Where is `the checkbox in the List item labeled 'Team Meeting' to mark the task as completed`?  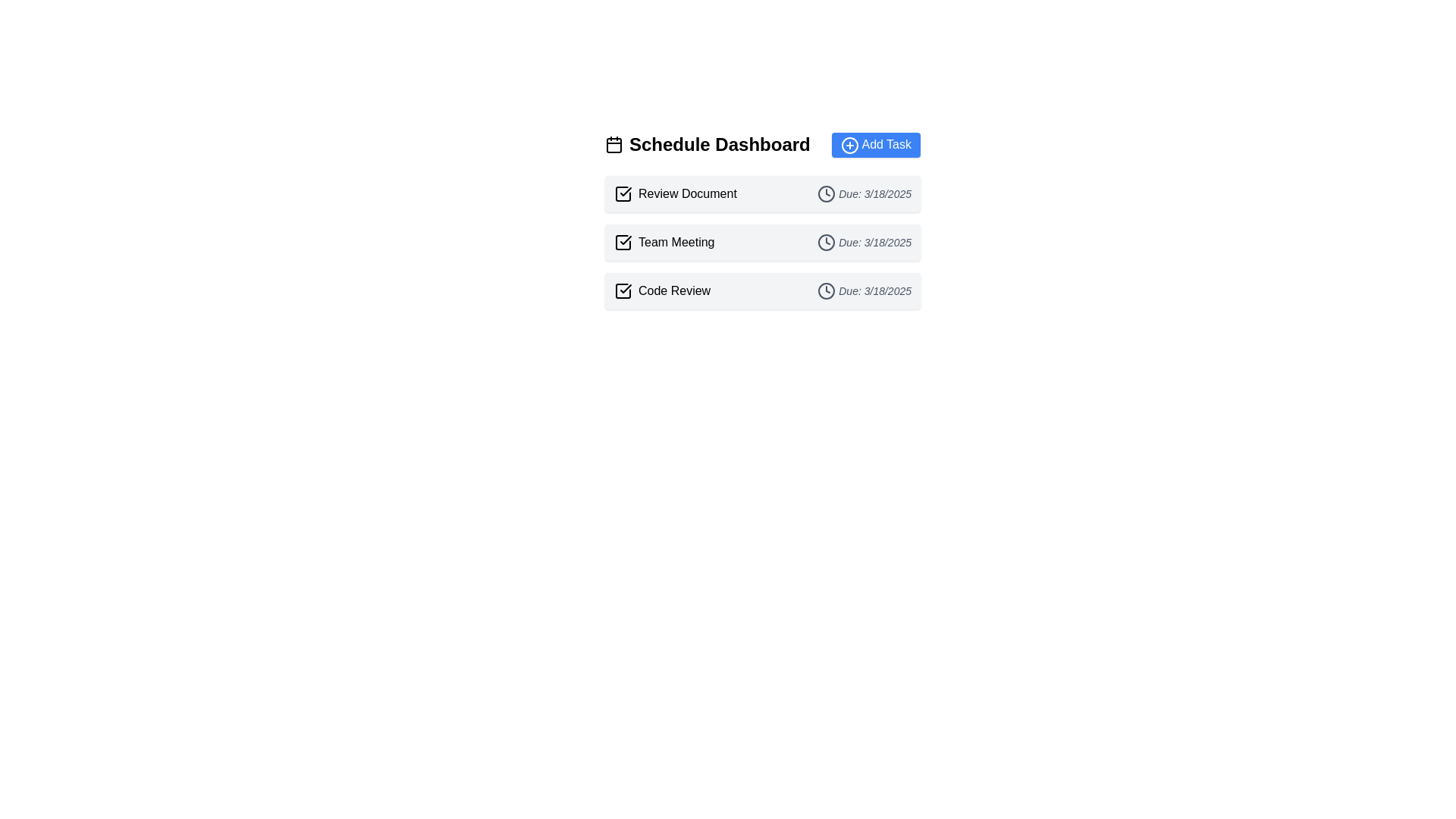
the checkbox in the List item labeled 'Team Meeting' to mark the task as completed is located at coordinates (763, 241).